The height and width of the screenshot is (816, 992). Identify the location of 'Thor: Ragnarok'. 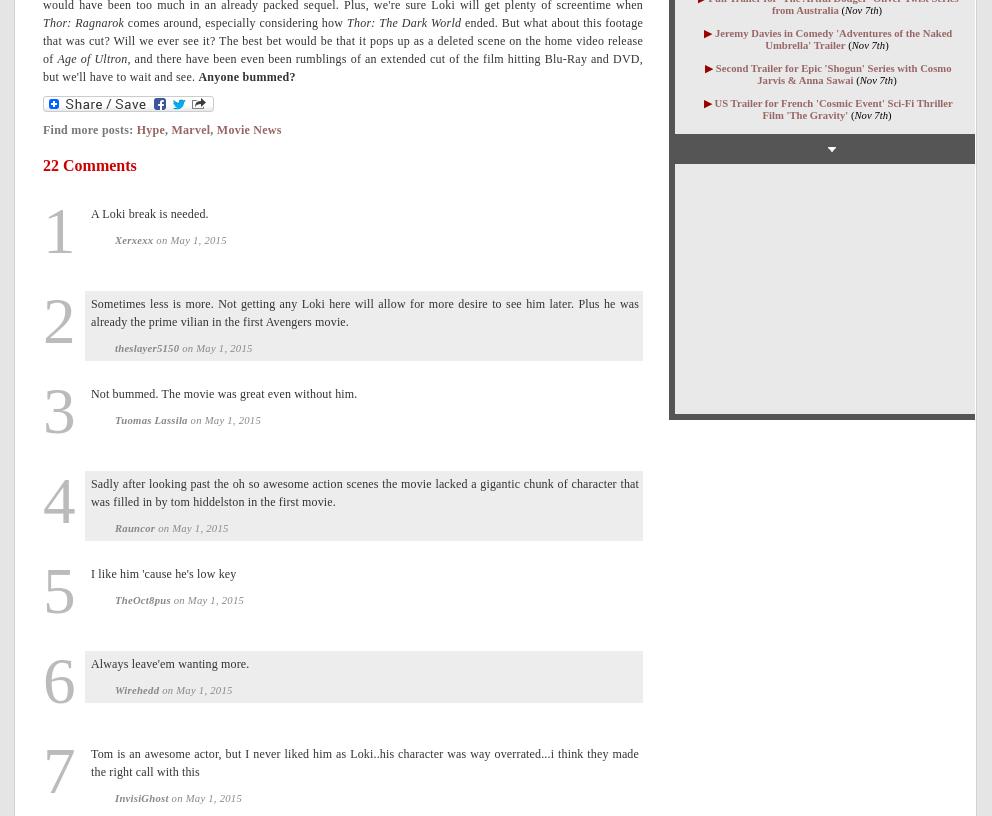
(82, 21).